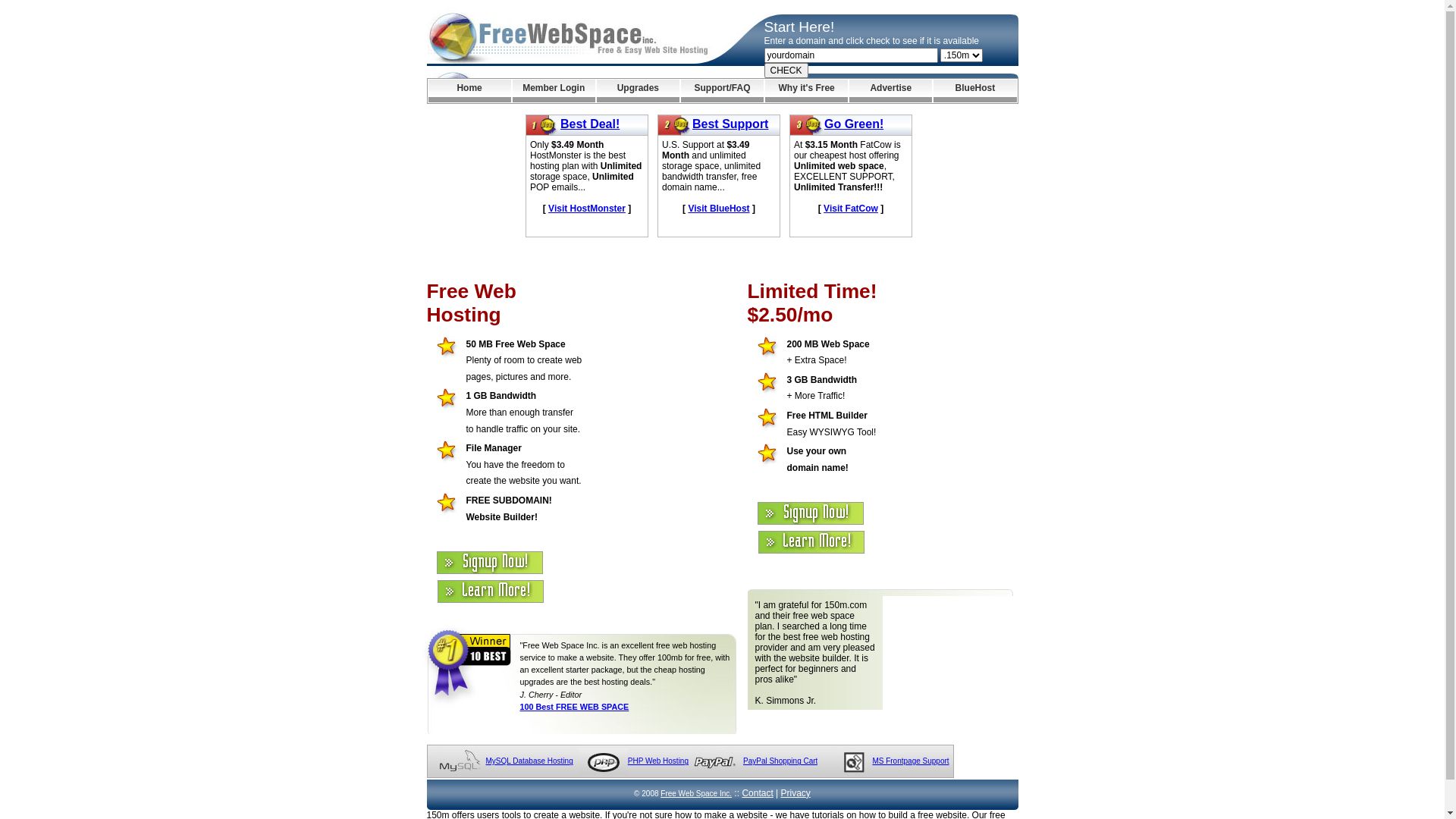 Image resolution: width=1456 pixels, height=819 pixels. Describe the element at coordinates (764, 90) in the screenshot. I see `'Why it's Free'` at that location.